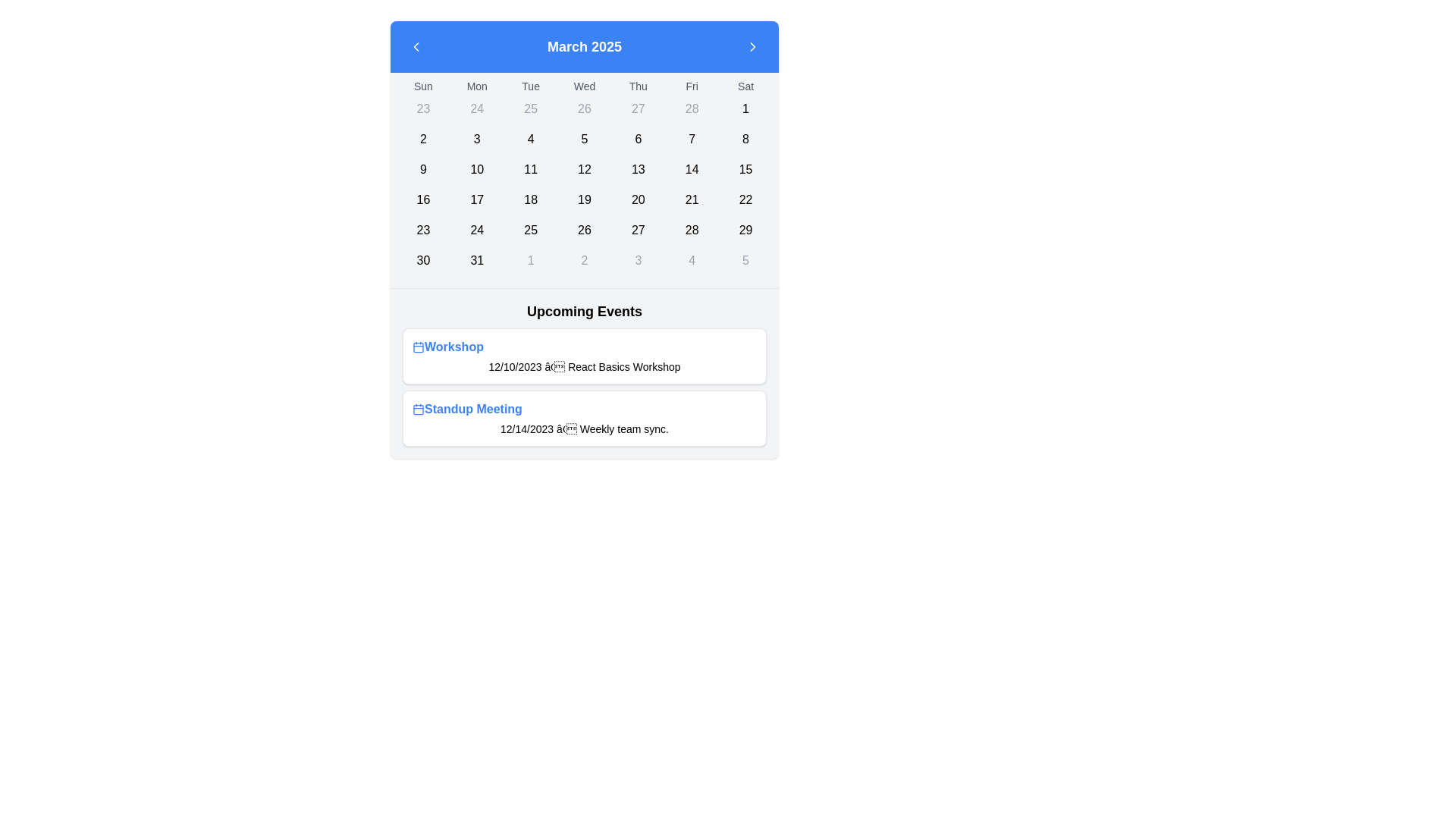 The image size is (1456, 819). Describe the element at coordinates (476, 259) in the screenshot. I see `the rectangular button displaying '31' in bold black text` at that location.